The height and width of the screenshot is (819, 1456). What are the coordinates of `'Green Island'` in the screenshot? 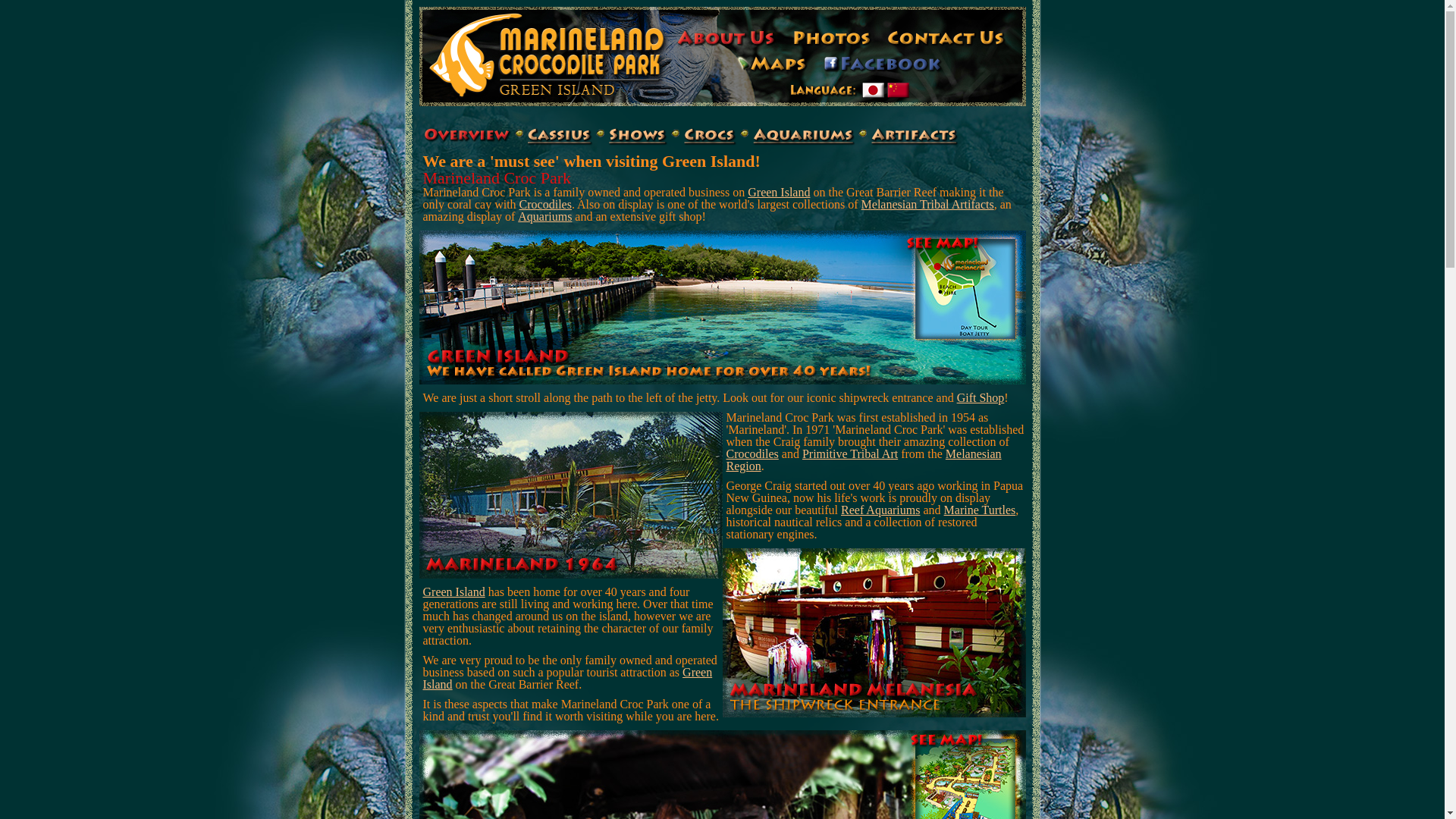 It's located at (453, 591).